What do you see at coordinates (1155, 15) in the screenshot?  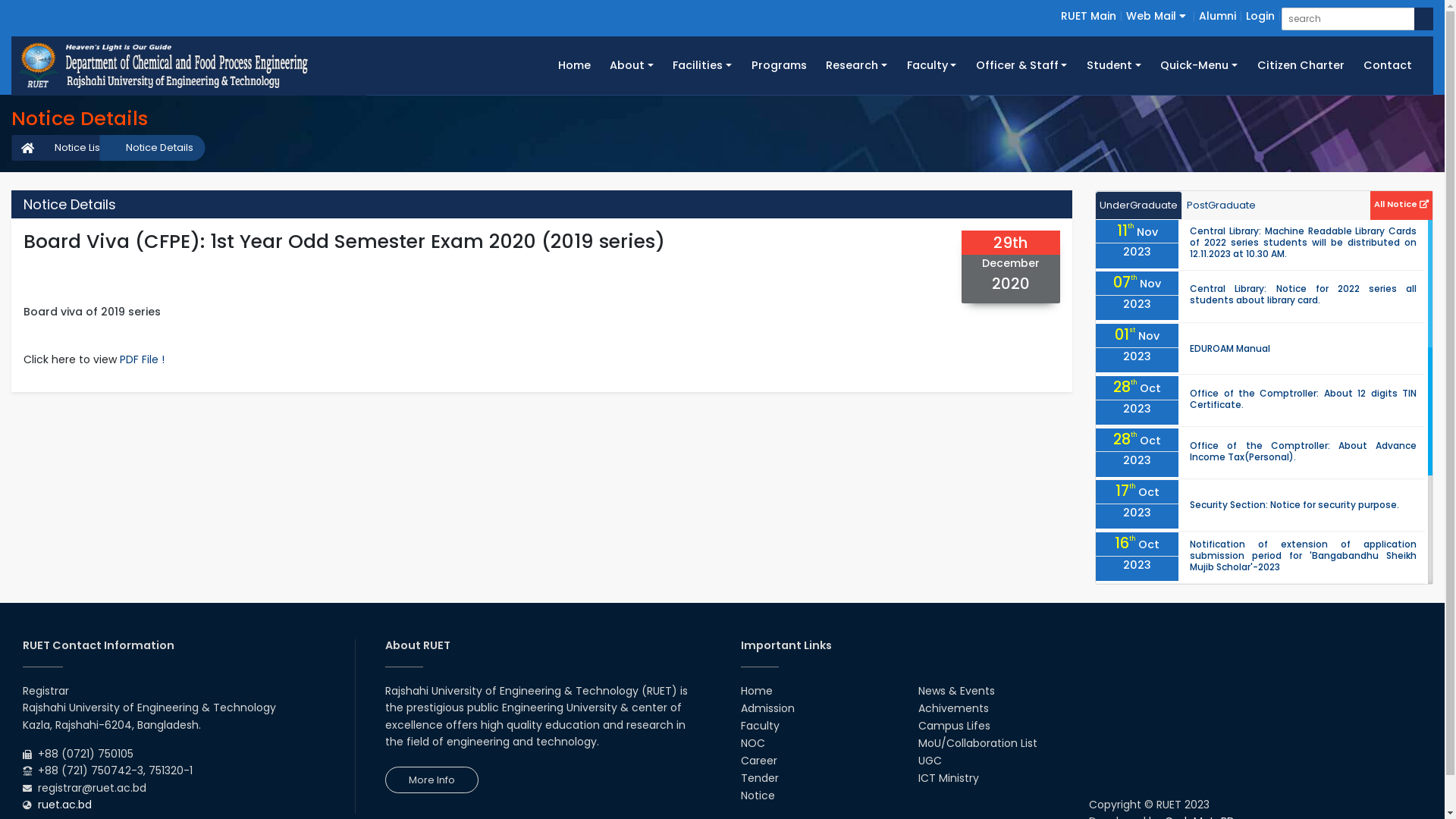 I see `'Web Mail'` at bounding box center [1155, 15].